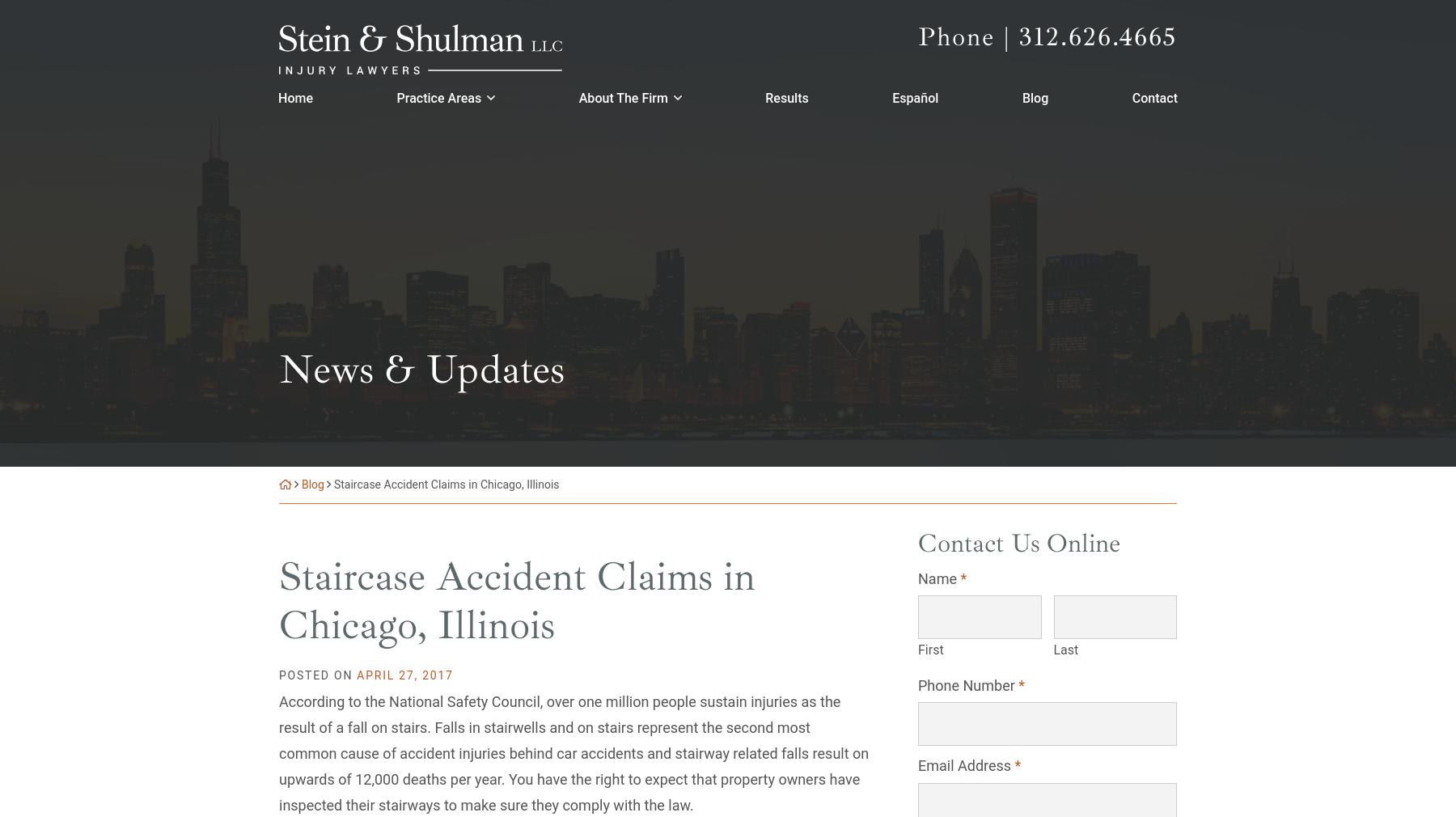 The width and height of the screenshot is (1456, 817). Describe the element at coordinates (951, 745) in the screenshot. I see `'Follow Us'` at that location.